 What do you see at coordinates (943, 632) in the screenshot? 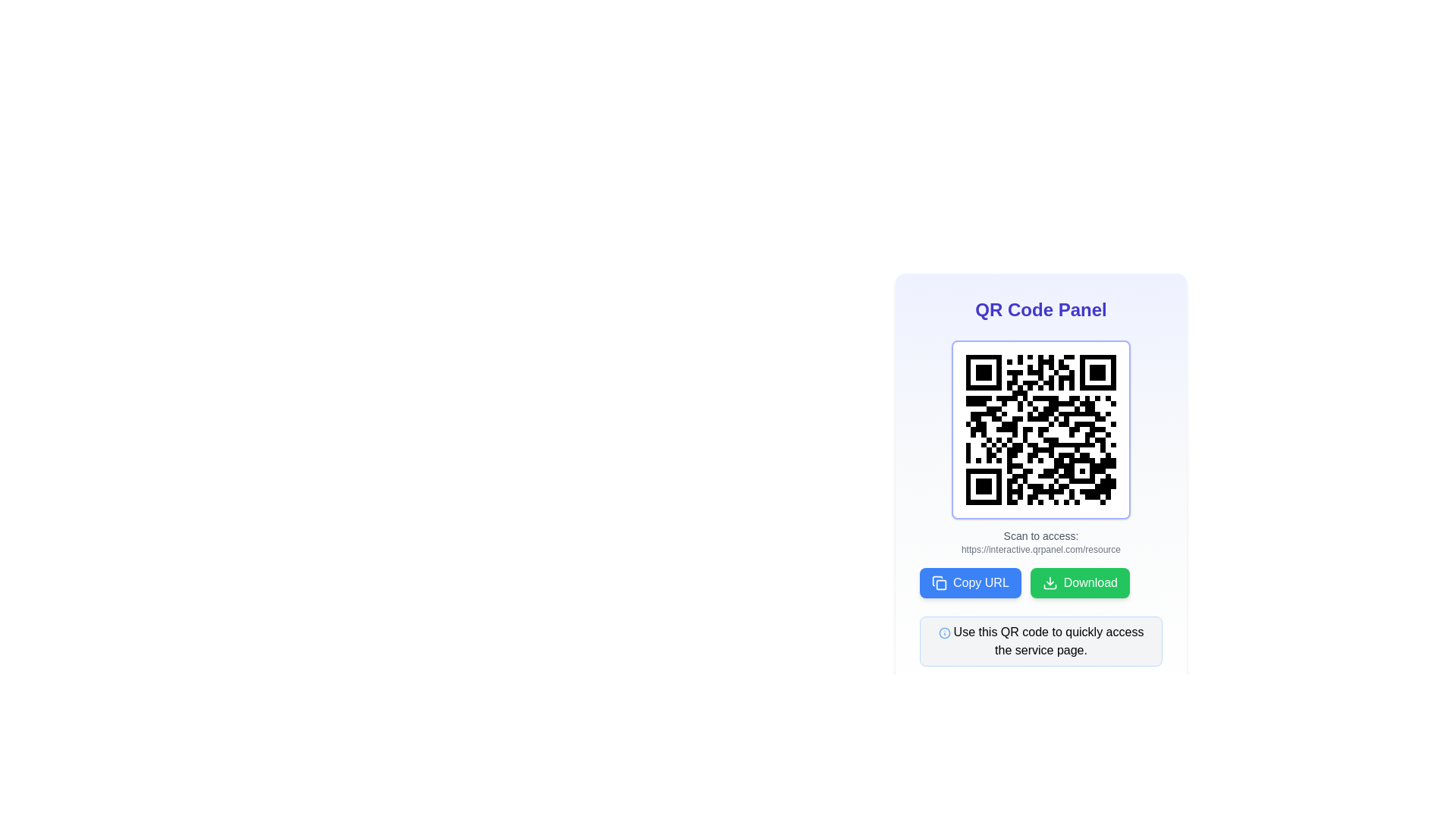
I see `the blue-stroke circular icon within the QR code panel to identify related information` at bounding box center [943, 632].